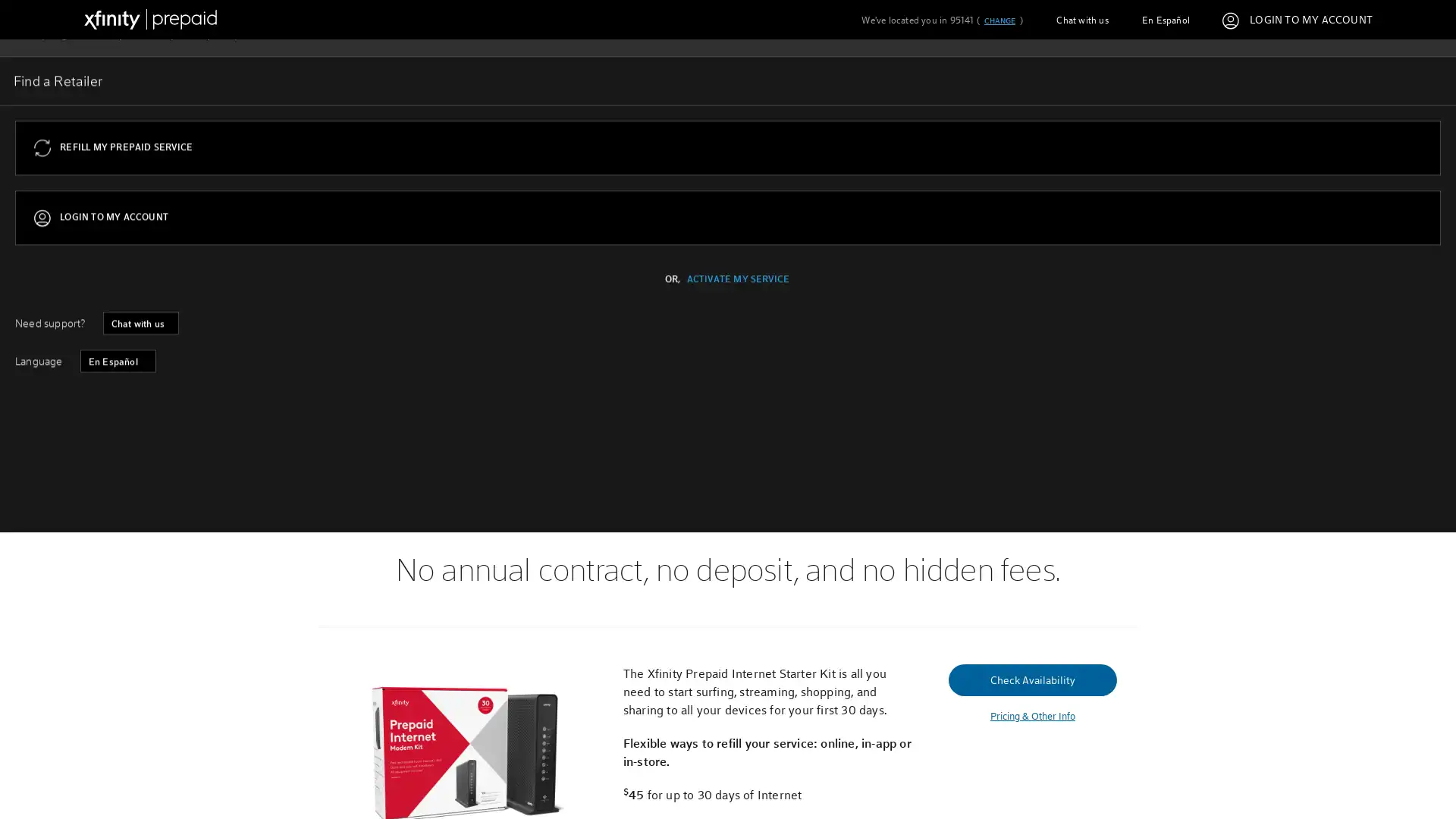  Describe the element at coordinates (403, 354) in the screenshot. I see `Check Availability` at that location.